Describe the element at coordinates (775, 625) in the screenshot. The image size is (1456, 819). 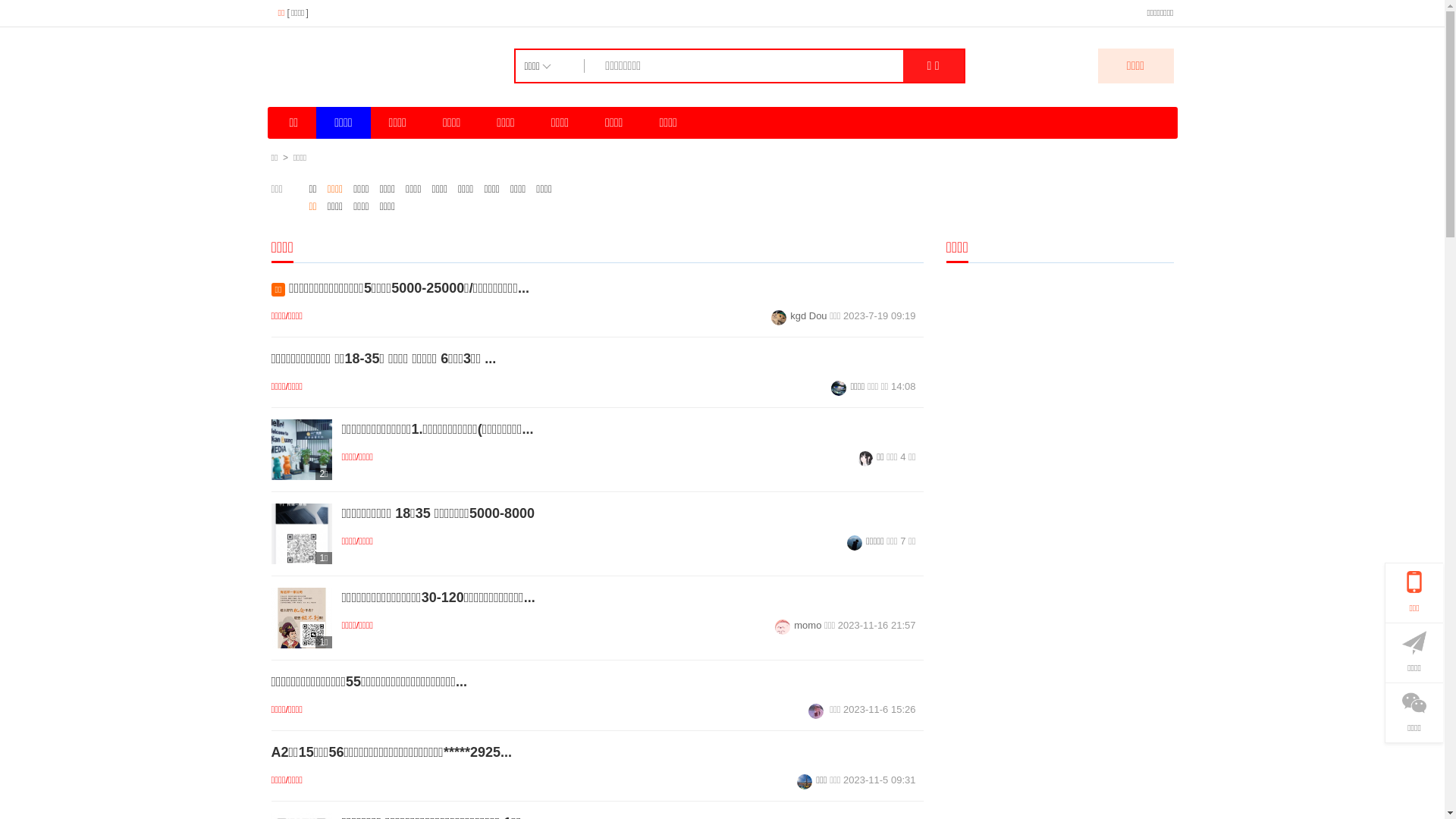
I see `'momo'` at that location.